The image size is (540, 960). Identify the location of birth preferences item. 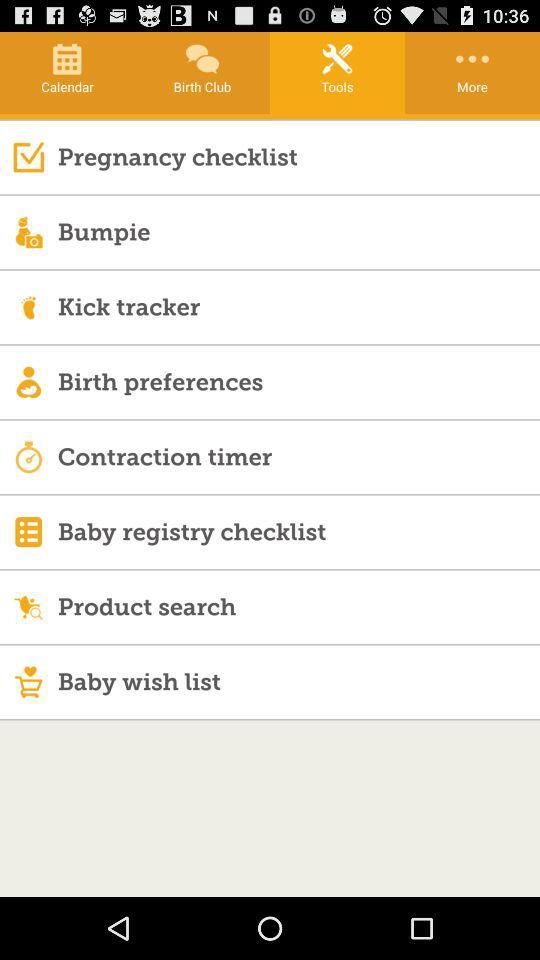
(297, 380).